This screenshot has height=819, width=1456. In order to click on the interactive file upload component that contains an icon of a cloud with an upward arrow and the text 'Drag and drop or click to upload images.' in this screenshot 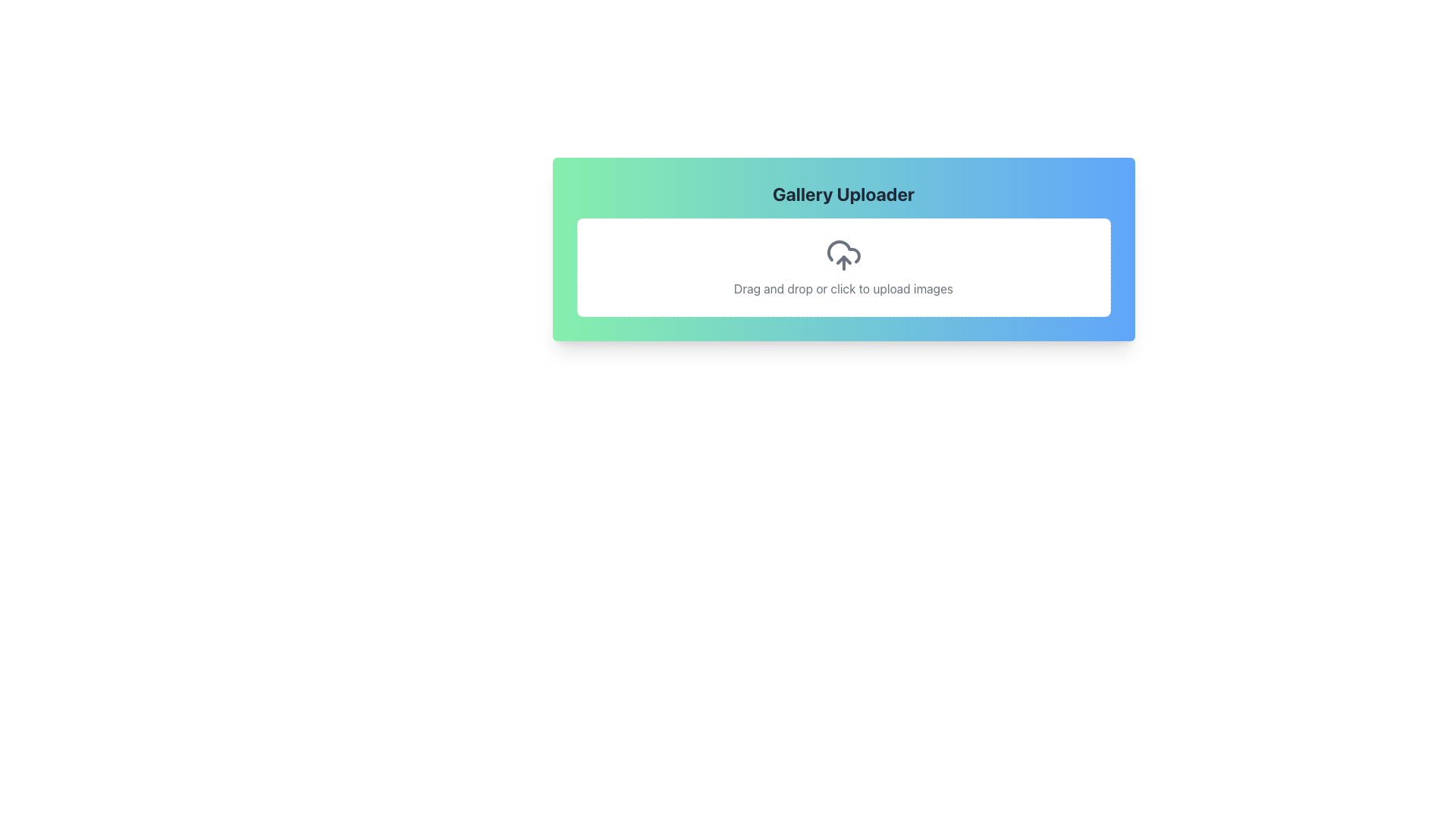, I will do `click(843, 267)`.